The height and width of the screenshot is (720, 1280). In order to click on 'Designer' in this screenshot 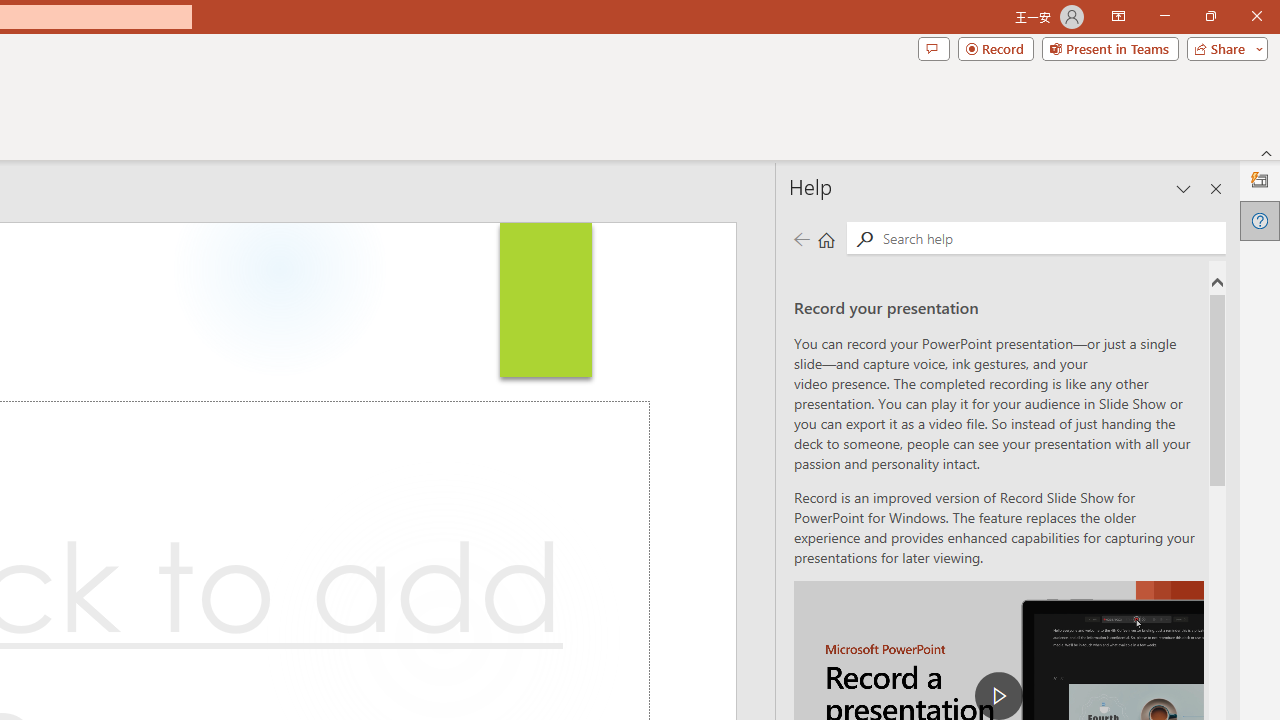, I will do `click(1259, 181)`.